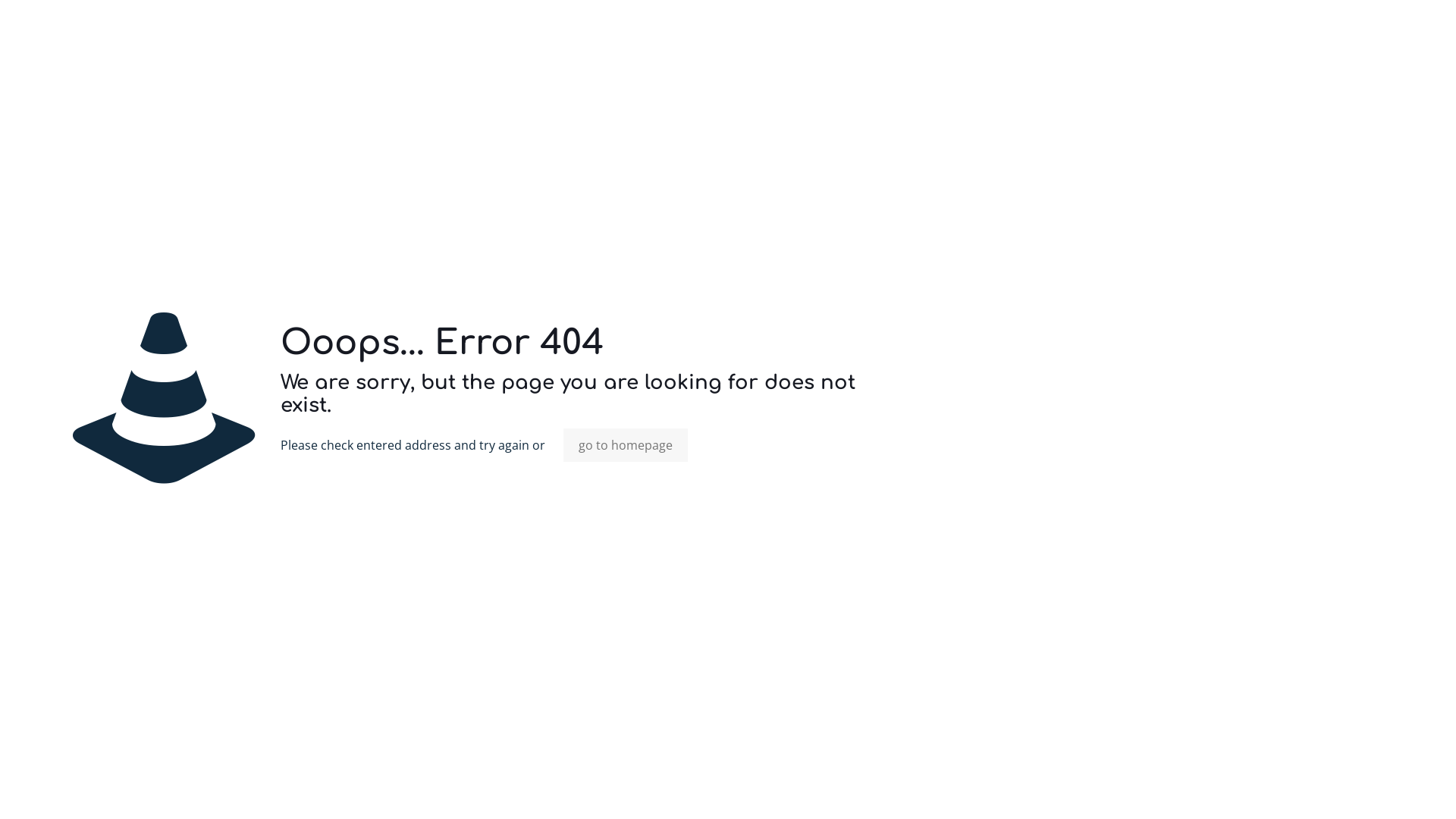 The image size is (1456, 819). Describe the element at coordinates (626, 444) in the screenshot. I see `'go to homepage'` at that location.